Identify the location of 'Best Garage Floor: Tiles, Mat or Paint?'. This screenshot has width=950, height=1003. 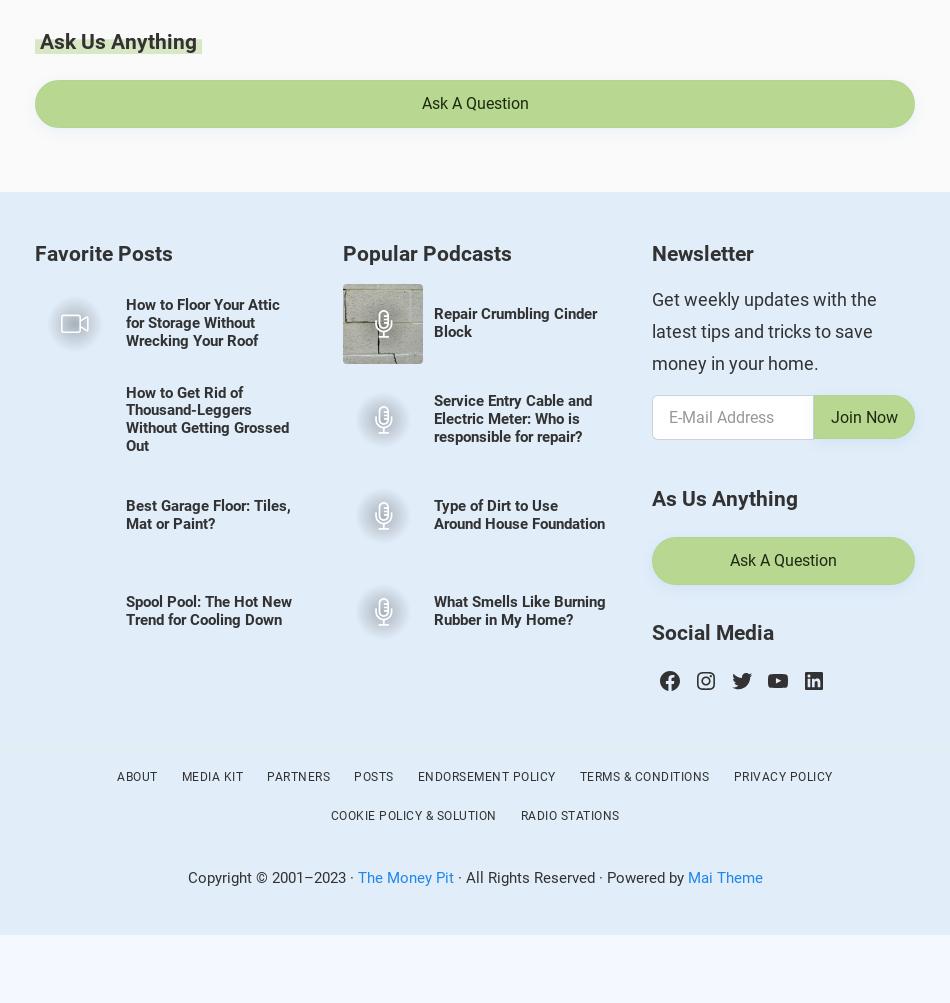
(207, 514).